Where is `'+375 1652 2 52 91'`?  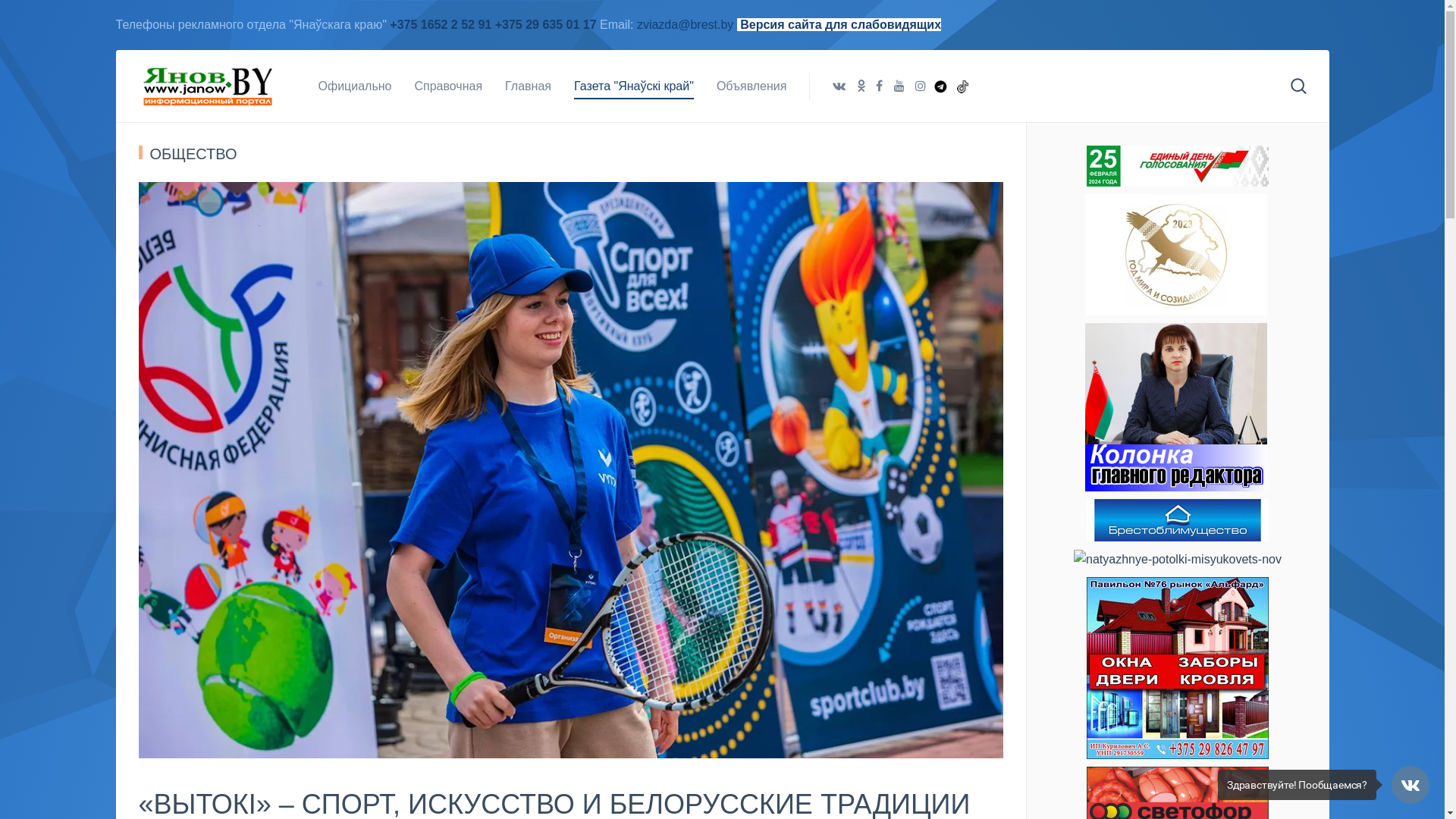 '+375 1652 2 52 91' is located at coordinates (439, 24).